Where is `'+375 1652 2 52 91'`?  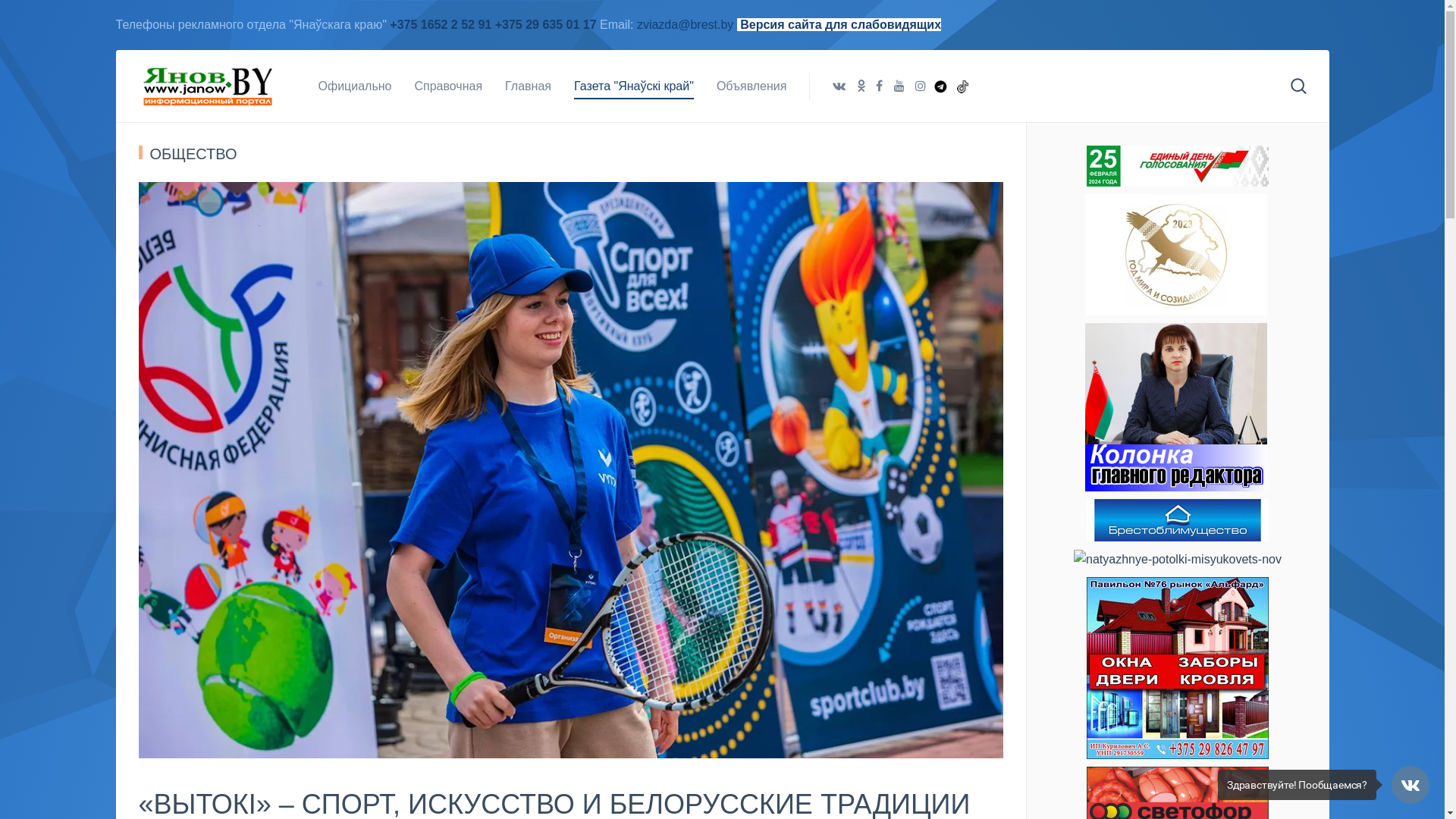 '+375 1652 2 52 91' is located at coordinates (439, 24).